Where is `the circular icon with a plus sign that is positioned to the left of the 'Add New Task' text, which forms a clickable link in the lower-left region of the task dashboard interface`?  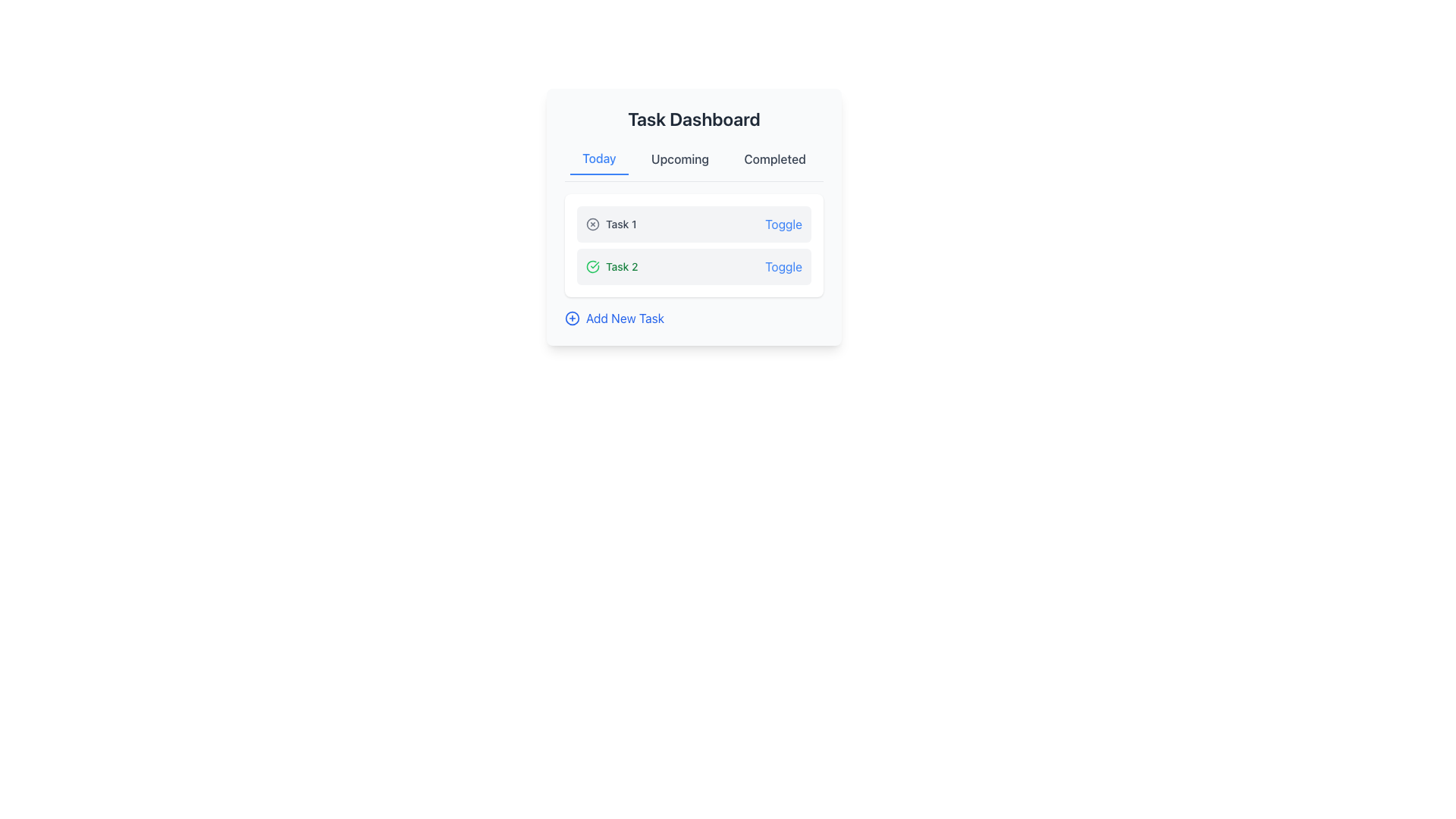
the circular icon with a plus sign that is positioned to the left of the 'Add New Task' text, which forms a clickable link in the lower-left region of the task dashboard interface is located at coordinates (571, 318).